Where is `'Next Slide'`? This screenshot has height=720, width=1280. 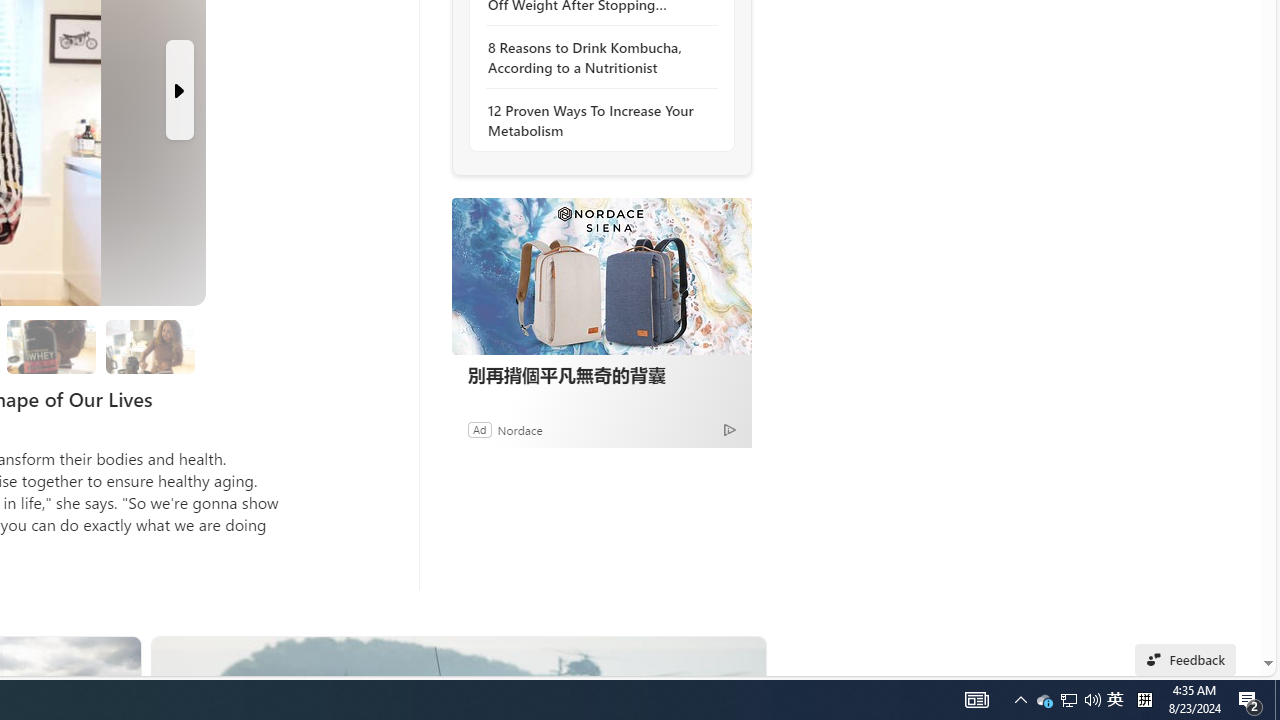
'Next Slide' is located at coordinates (179, 90).